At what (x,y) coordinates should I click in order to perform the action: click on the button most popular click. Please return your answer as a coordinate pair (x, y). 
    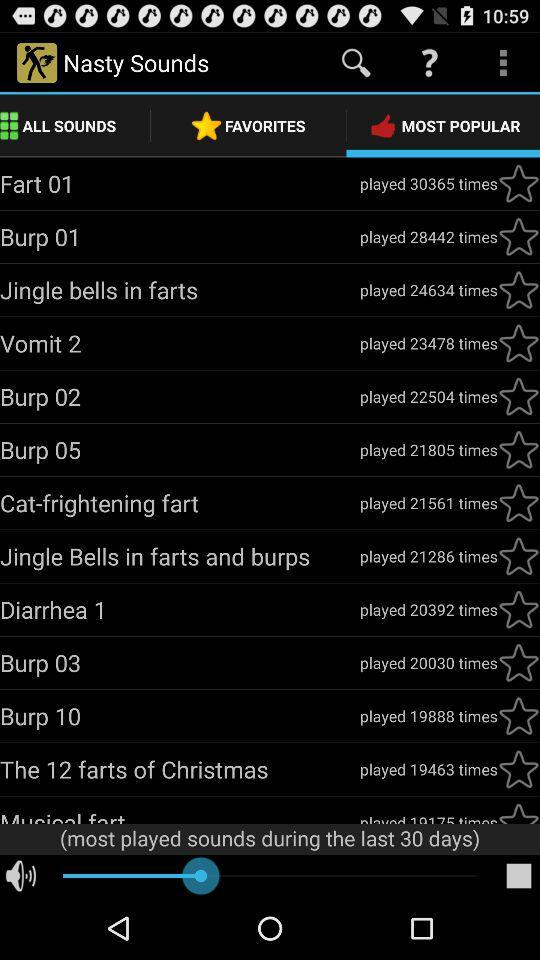
    Looking at the image, I should click on (518, 716).